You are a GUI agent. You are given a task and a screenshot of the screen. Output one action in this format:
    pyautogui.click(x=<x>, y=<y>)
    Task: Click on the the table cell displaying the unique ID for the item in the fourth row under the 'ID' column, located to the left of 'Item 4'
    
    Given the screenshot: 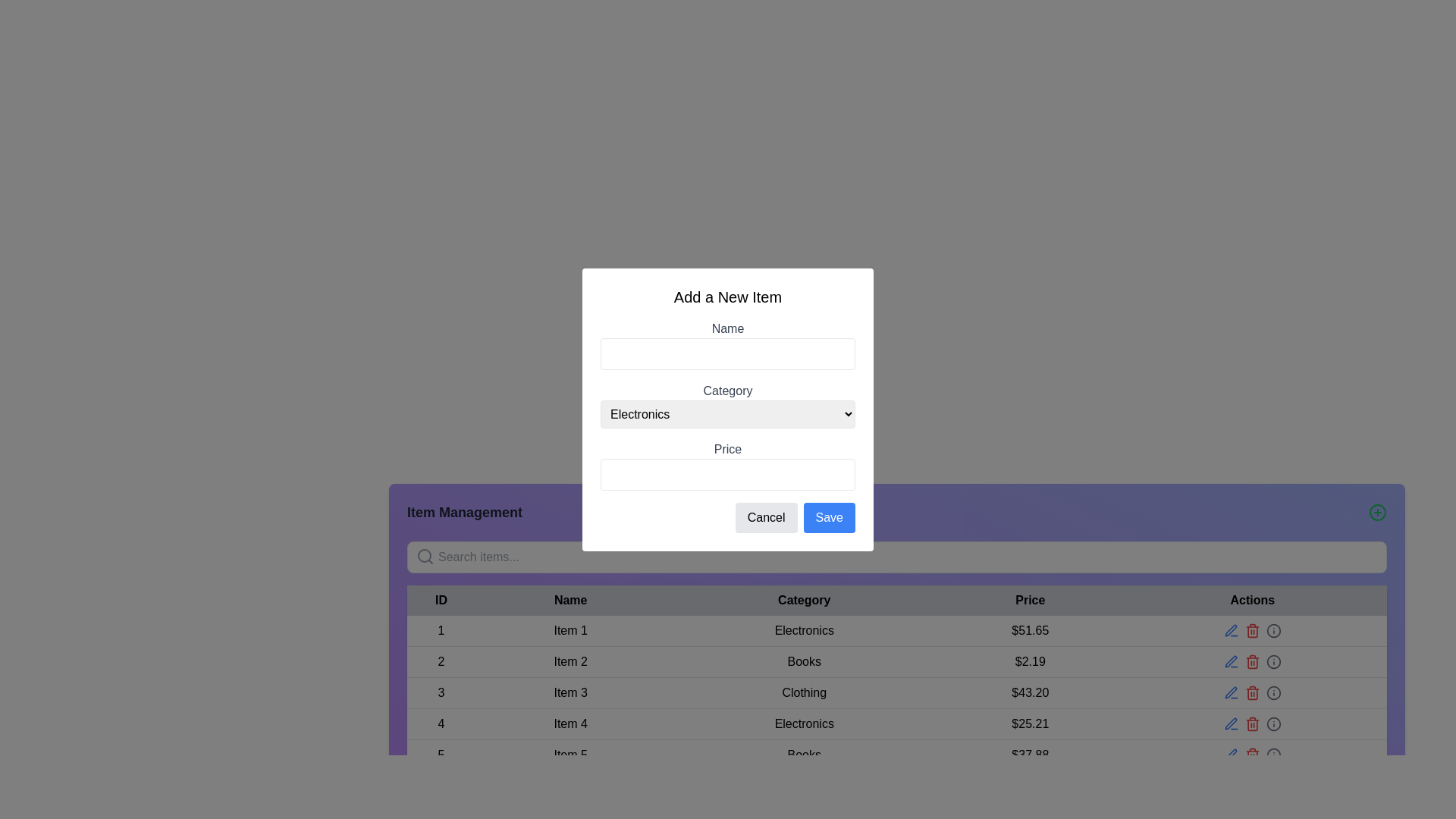 What is the action you would take?
    pyautogui.click(x=440, y=723)
    